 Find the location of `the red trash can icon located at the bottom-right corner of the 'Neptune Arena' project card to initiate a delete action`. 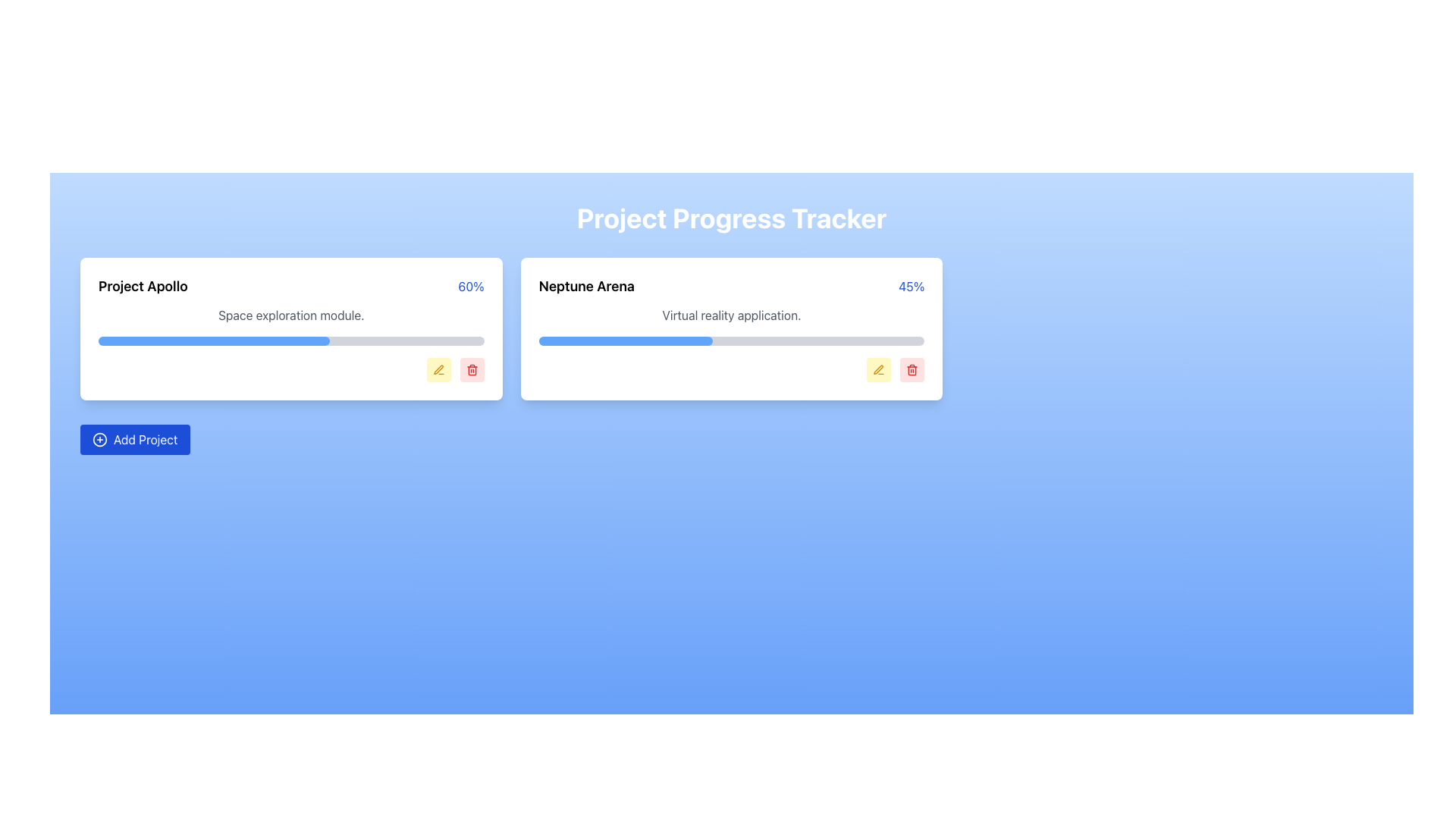

the red trash can icon located at the bottom-right corner of the 'Neptune Arena' project card to initiate a delete action is located at coordinates (912, 370).